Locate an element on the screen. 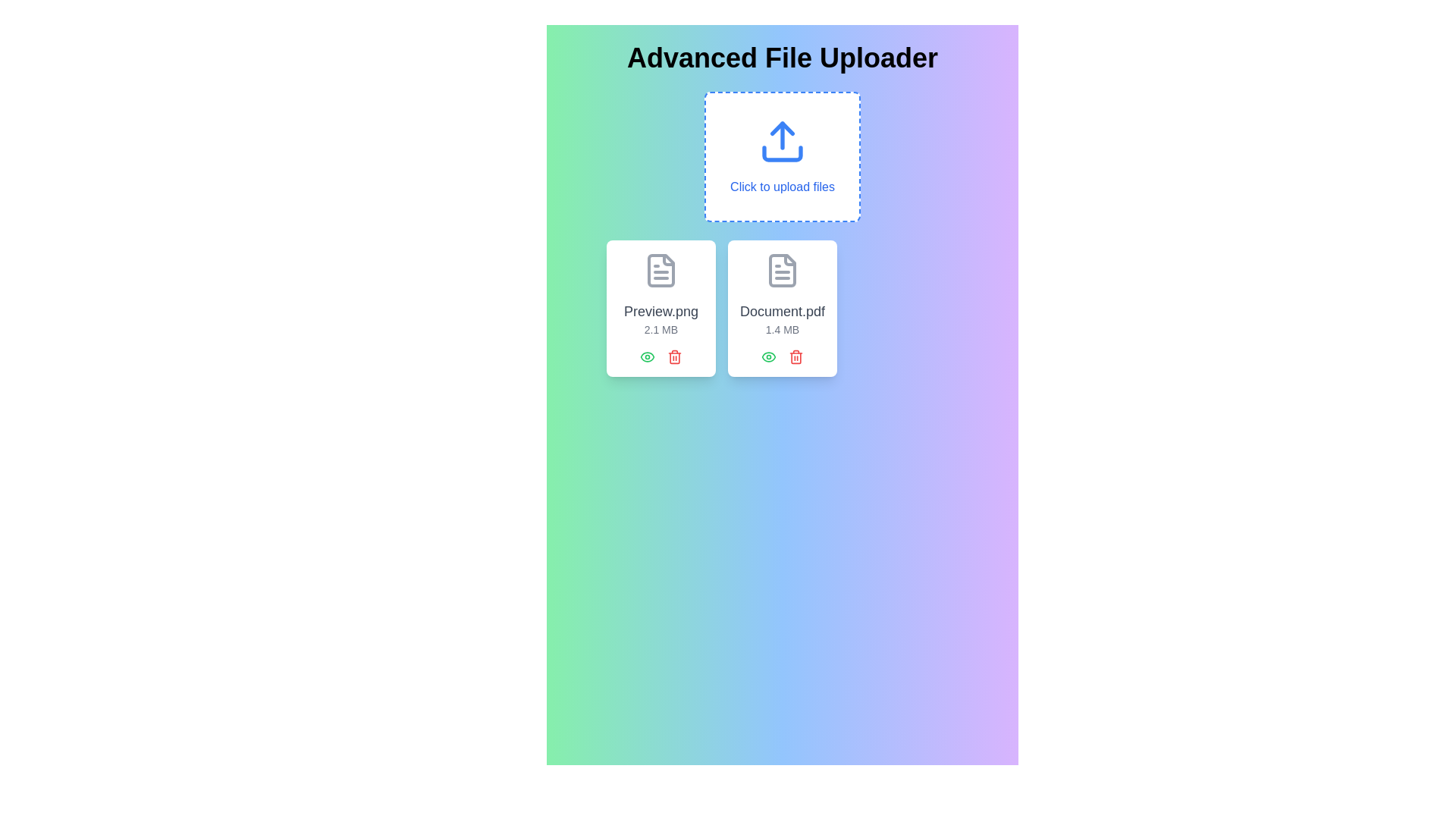 Image resolution: width=1456 pixels, height=819 pixels. the eye icon representing the visibility toggle, located at the bottom-left of the center of the rectangular card containing the file's details is located at coordinates (768, 356).